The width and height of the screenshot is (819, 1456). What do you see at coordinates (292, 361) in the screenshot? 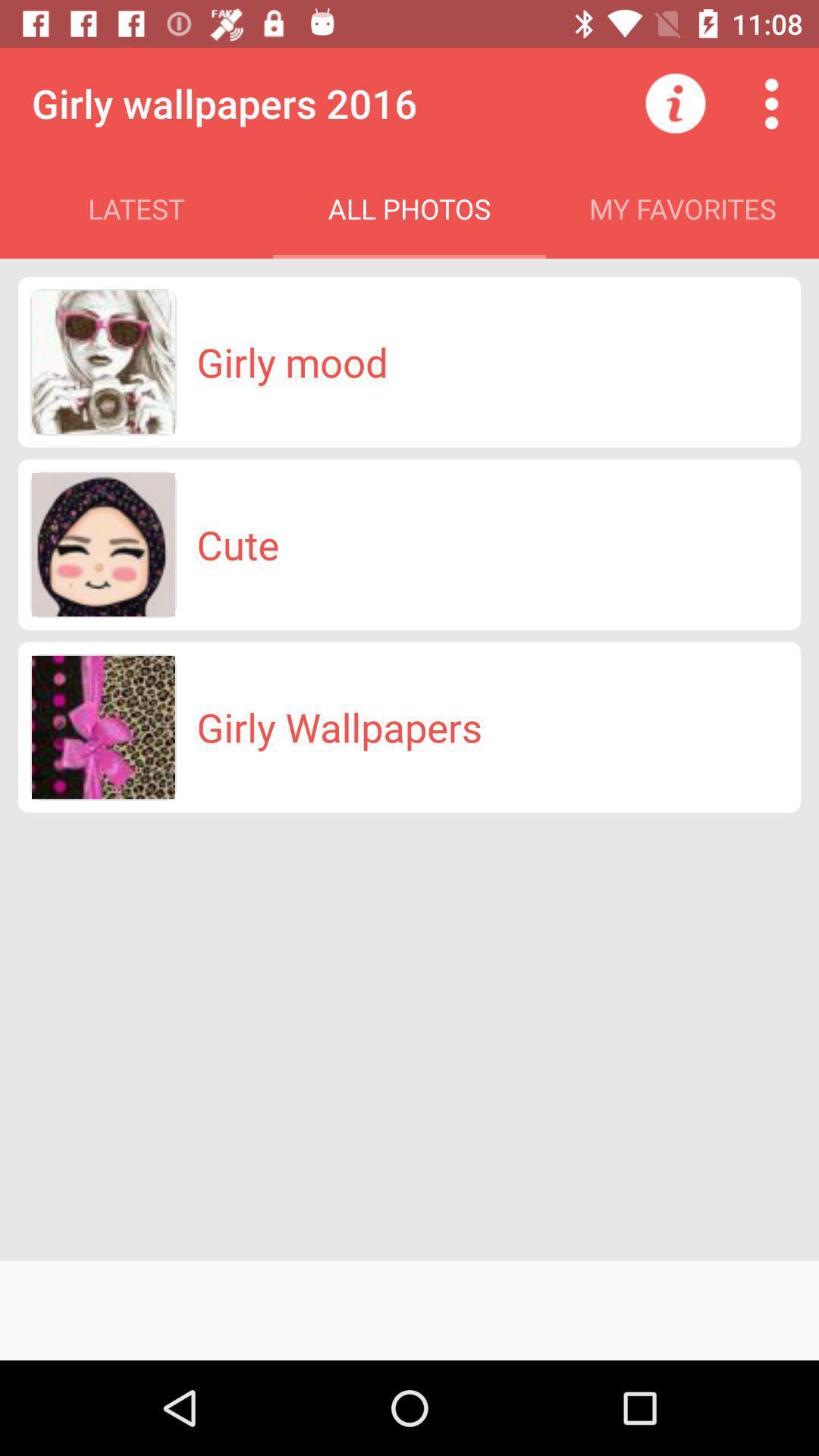
I see `girly mood icon` at bounding box center [292, 361].